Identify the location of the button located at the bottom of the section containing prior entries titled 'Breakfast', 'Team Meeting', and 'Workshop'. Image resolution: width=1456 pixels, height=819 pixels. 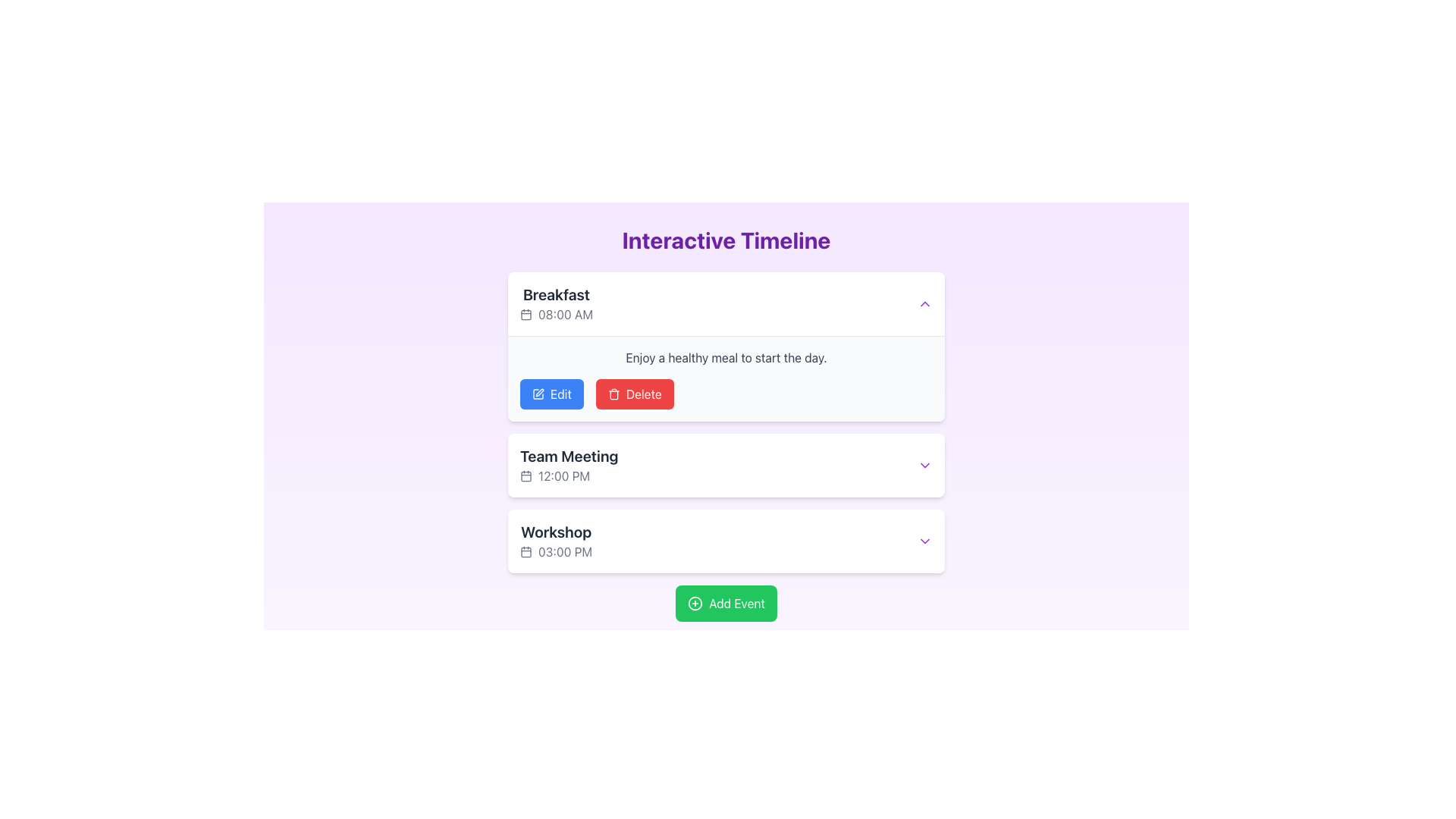
(726, 602).